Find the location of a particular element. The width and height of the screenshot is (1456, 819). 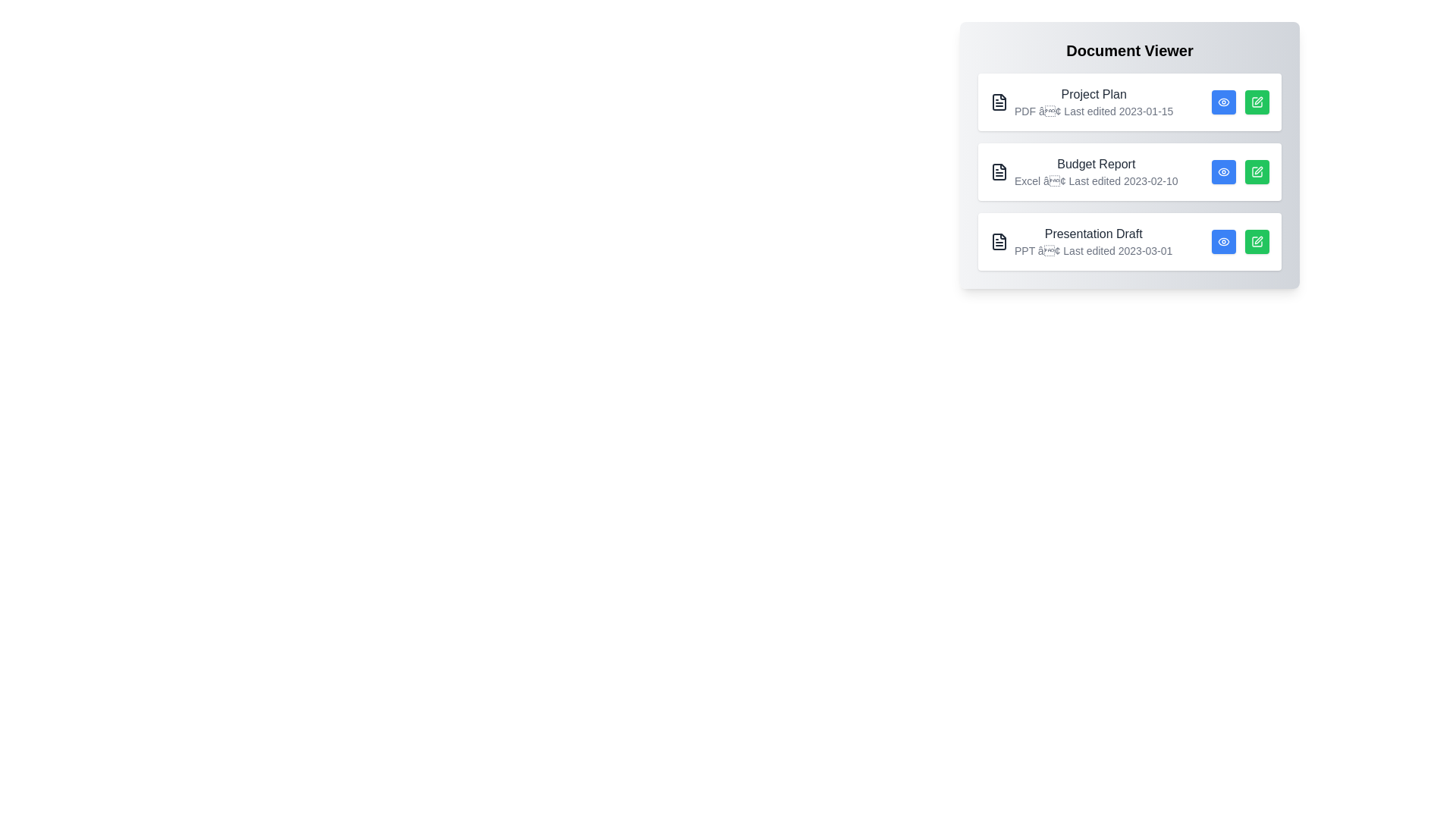

eye icon for the document titled Project Plan to view its details is located at coordinates (1223, 102).